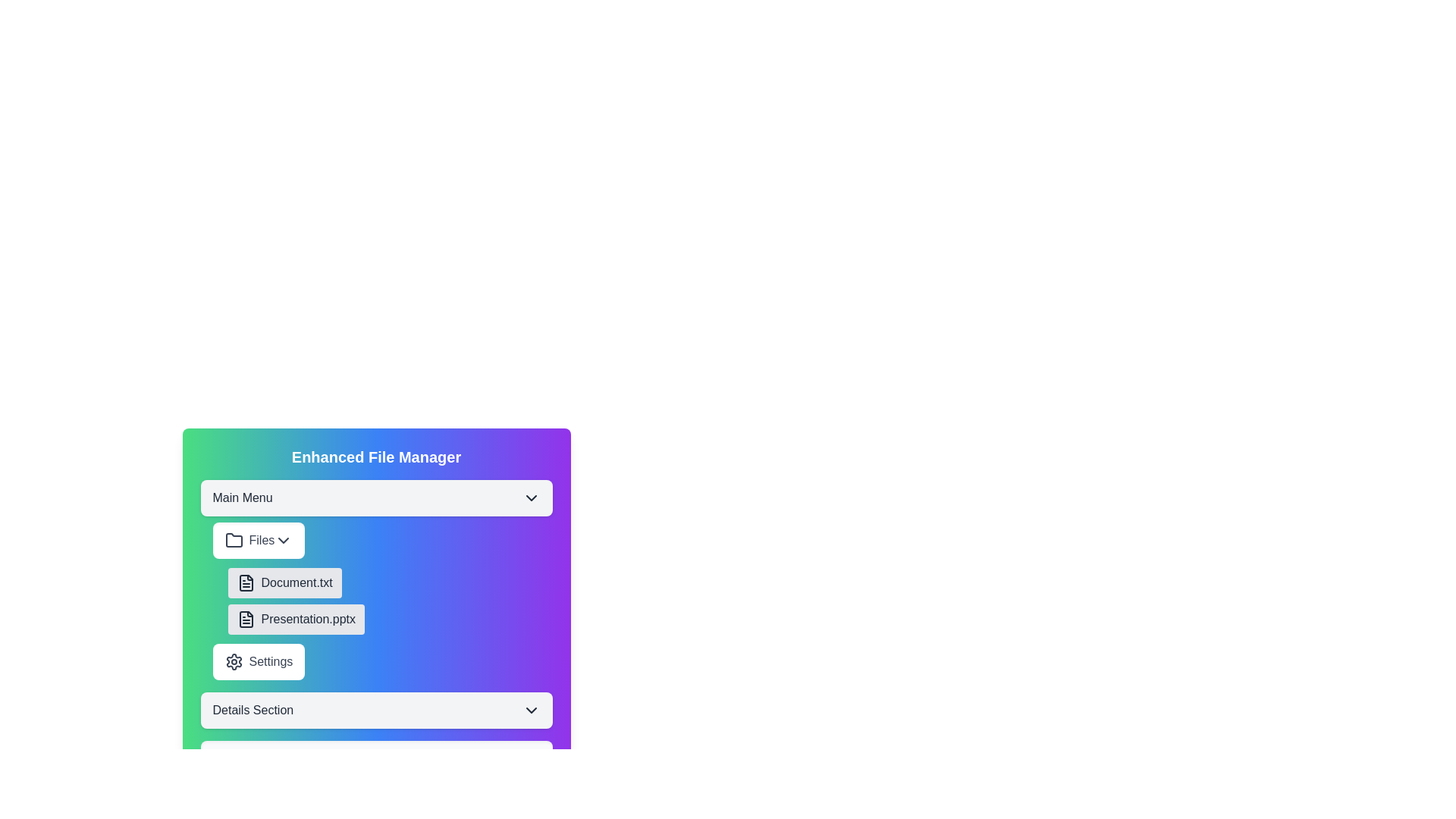 This screenshot has width=1456, height=819. I want to click on the button located at the bottom of the highlighted 'Enhanced File Manager' box, so click(376, 711).